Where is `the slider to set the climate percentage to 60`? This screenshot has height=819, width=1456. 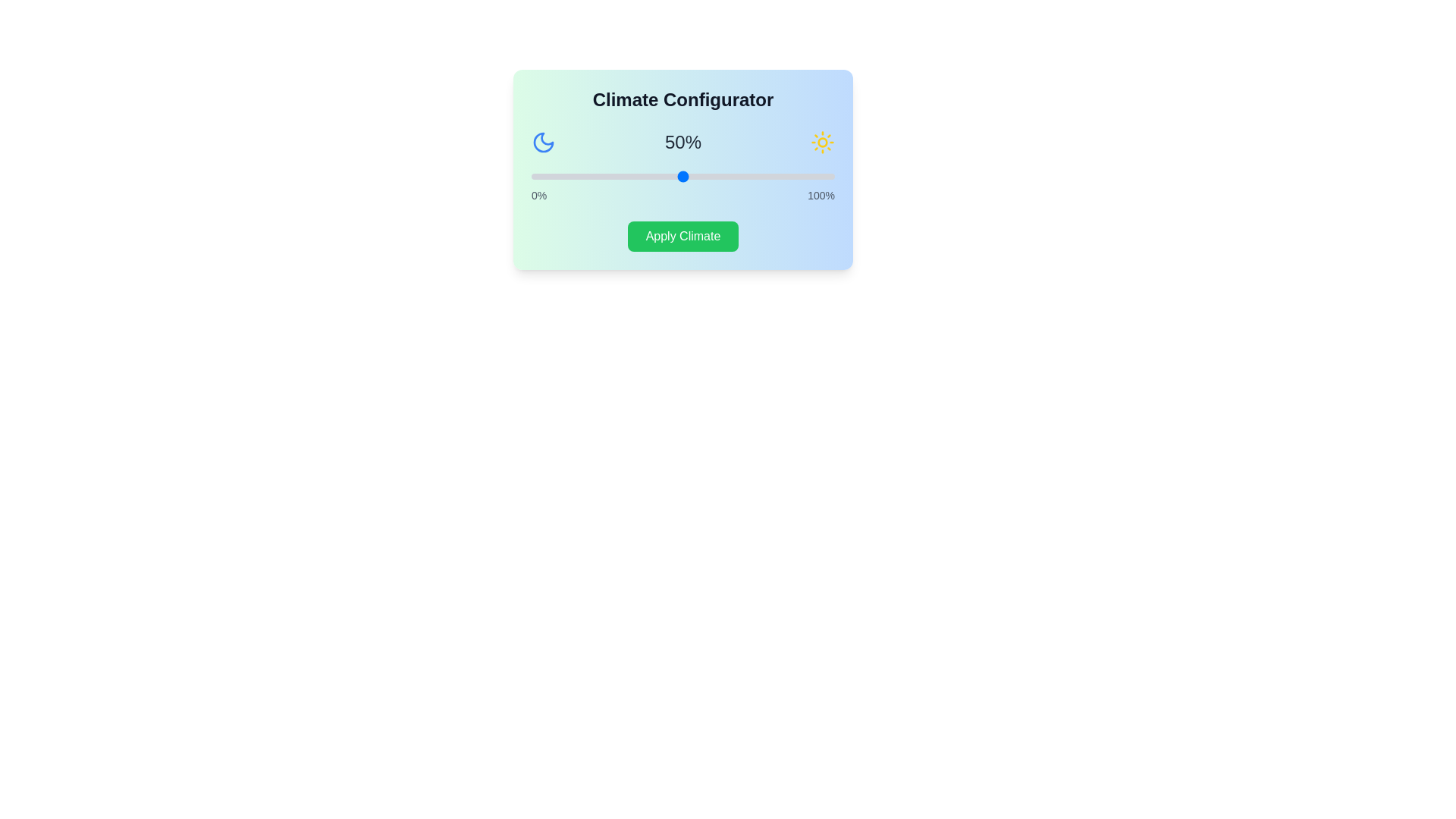 the slider to set the climate percentage to 60 is located at coordinates (712, 175).